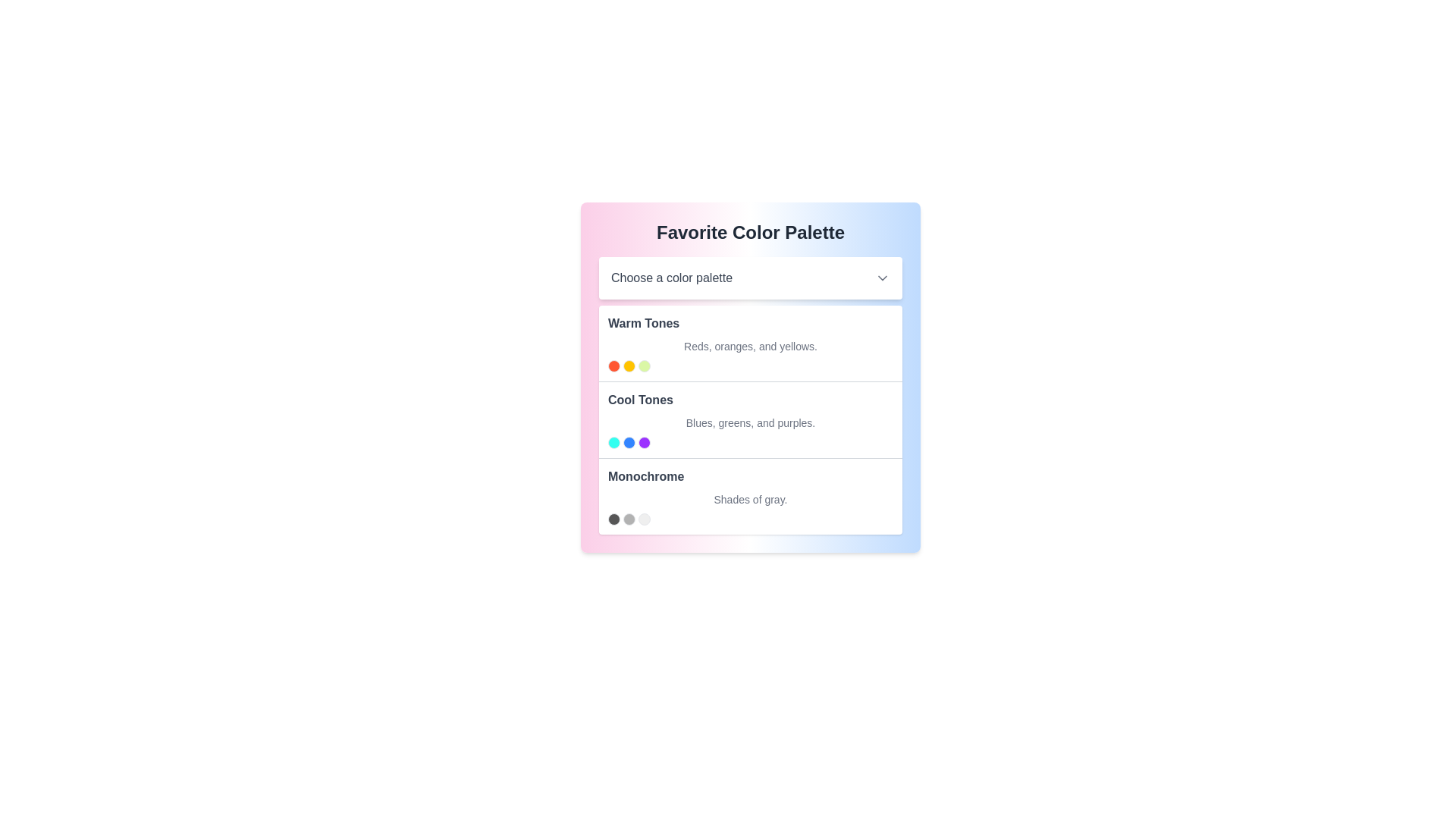 The image size is (1456, 819). What do you see at coordinates (646, 475) in the screenshot?
I see `the text label for the monochrome color theme option, located in the bottom section of the list within the color palette selection panel under 'Cool Tones'` at bounding box center [646, 475].